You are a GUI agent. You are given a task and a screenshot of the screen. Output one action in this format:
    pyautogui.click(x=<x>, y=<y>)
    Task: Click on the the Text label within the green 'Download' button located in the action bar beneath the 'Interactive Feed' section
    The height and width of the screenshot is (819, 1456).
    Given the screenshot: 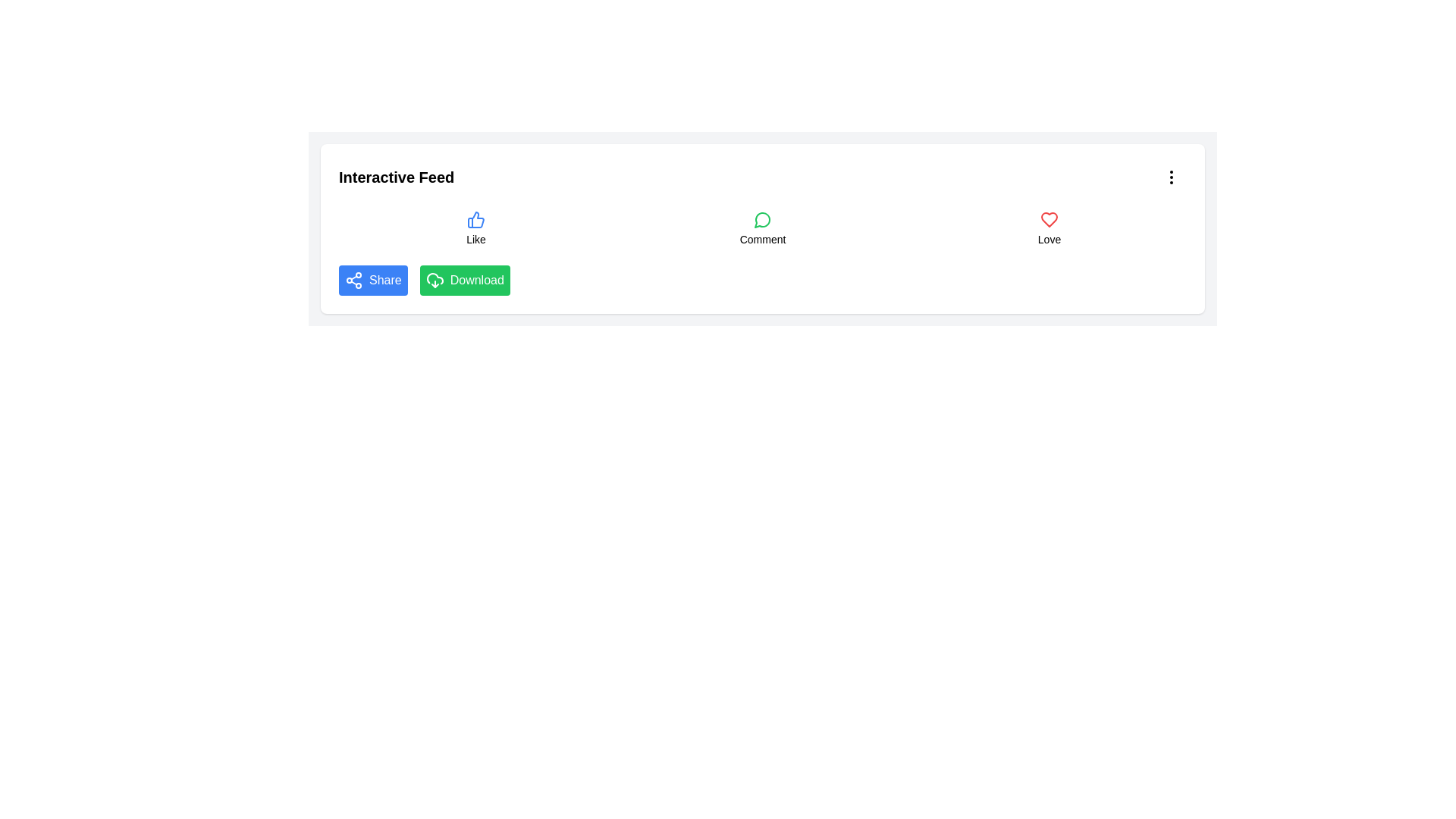 What is the action you would take?
    pyautogui.click(x=476, y=281)
    